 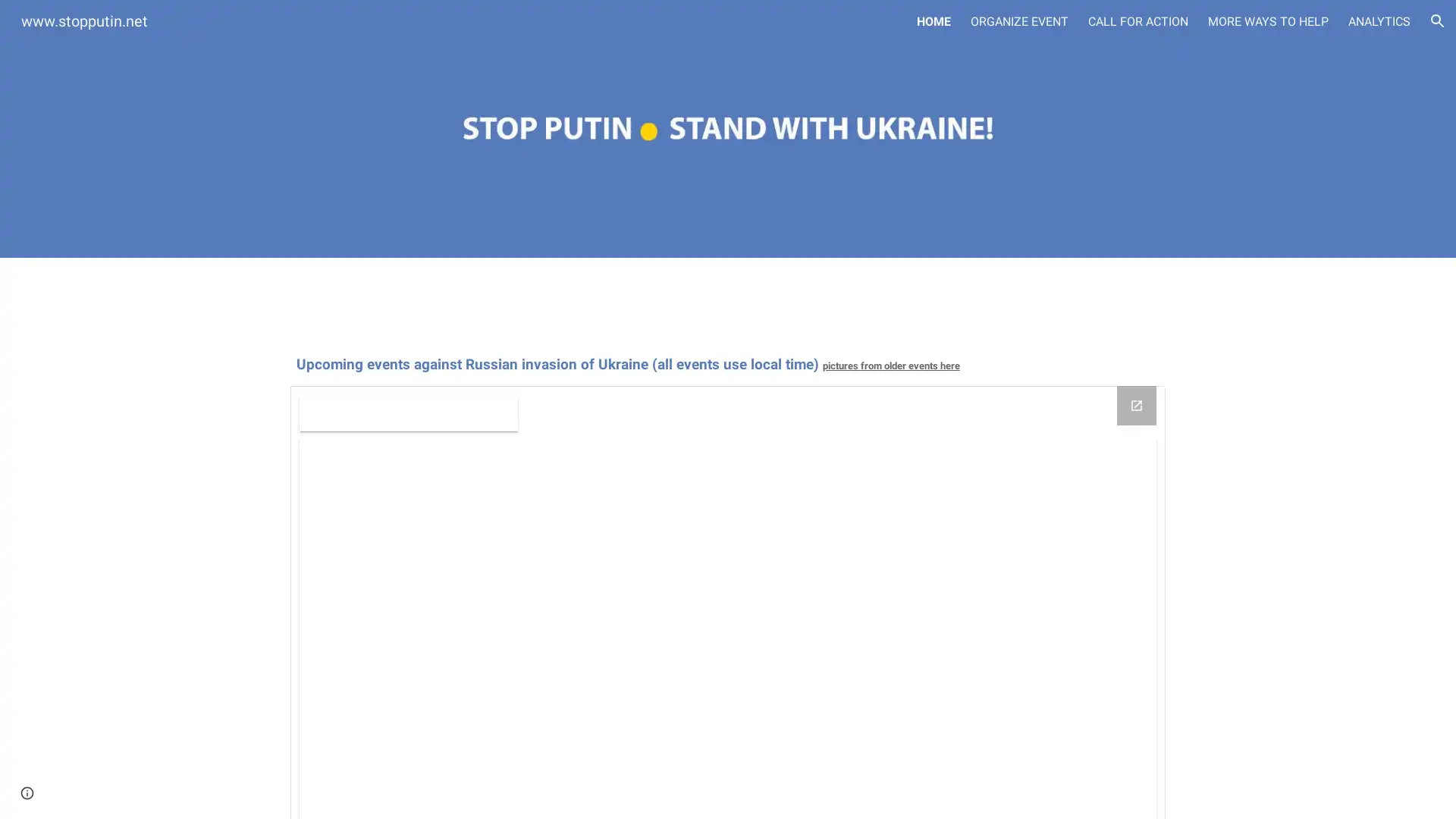 I want to click on Site actions, so click(x=27, y=792).